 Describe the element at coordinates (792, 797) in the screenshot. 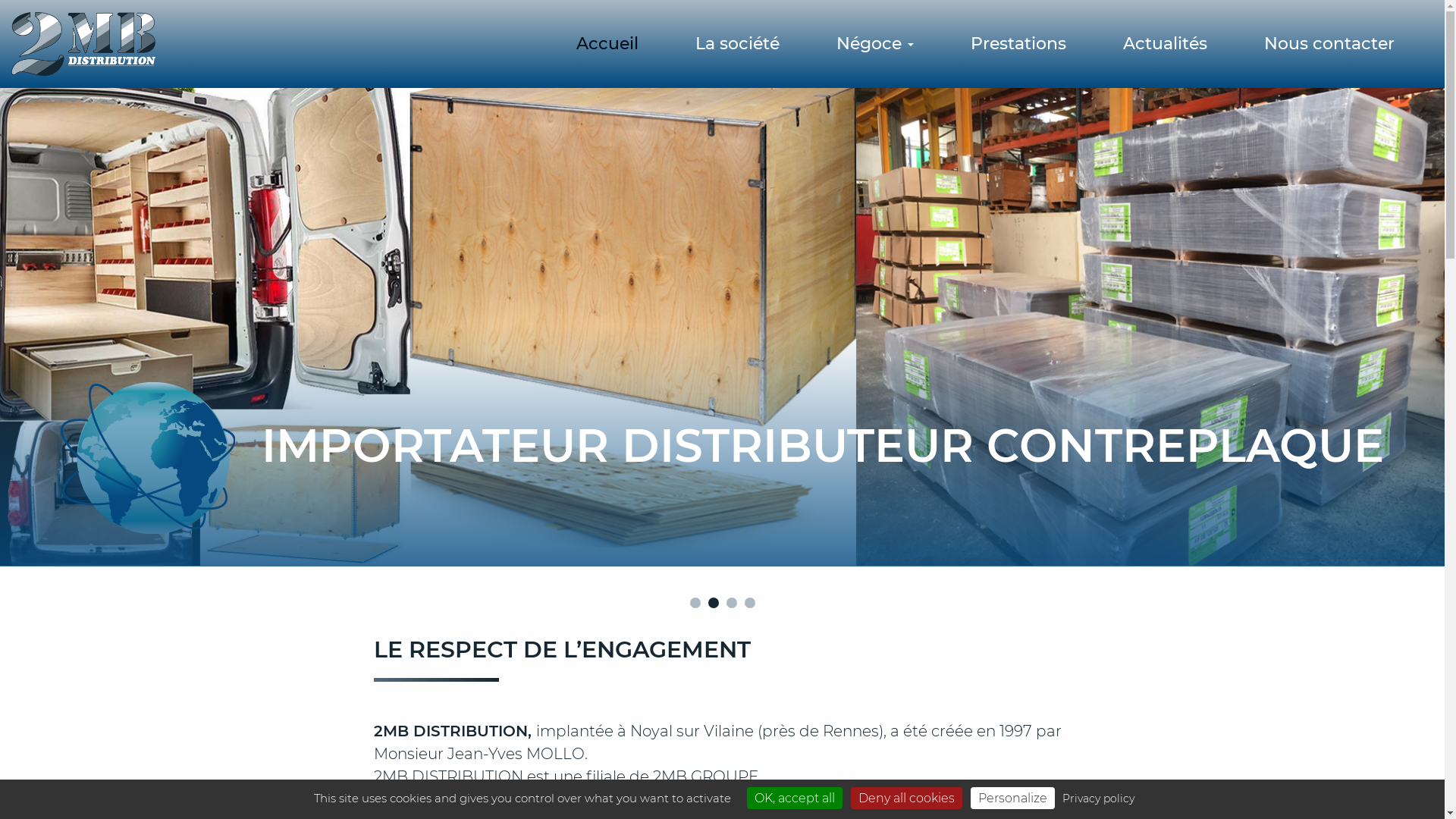

I see `'OK, accept all'` at that location.